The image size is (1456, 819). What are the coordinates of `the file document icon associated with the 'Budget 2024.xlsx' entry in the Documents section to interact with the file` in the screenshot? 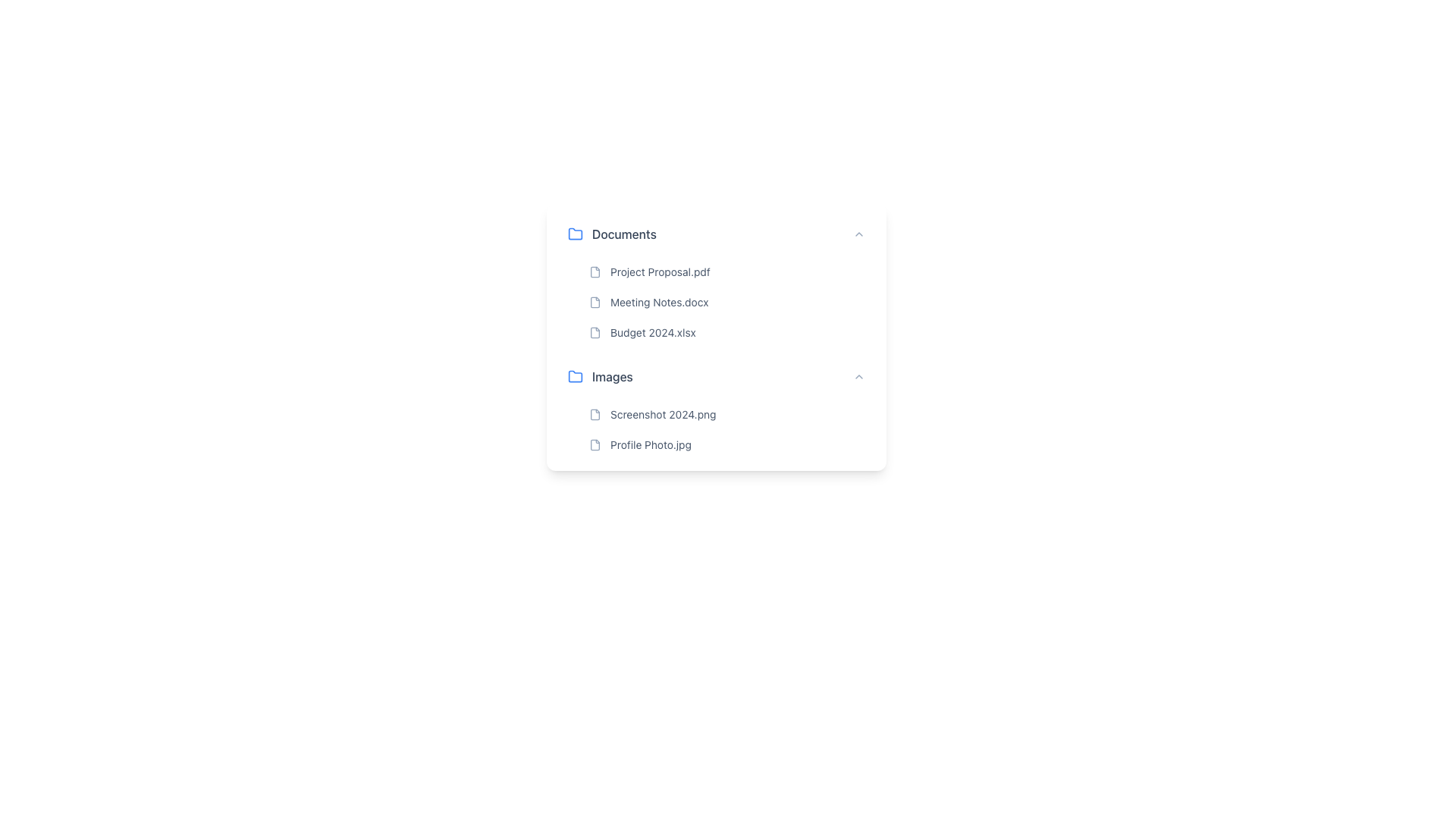 It's located at (595, 332).